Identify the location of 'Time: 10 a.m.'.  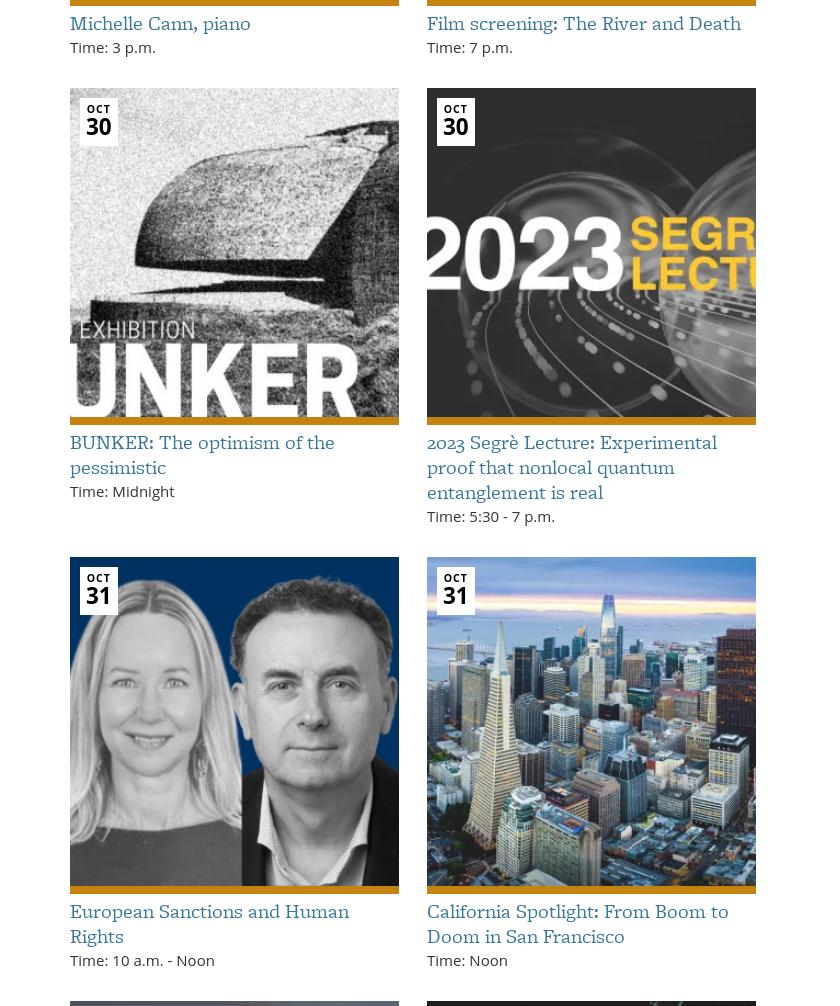
(118, 958).